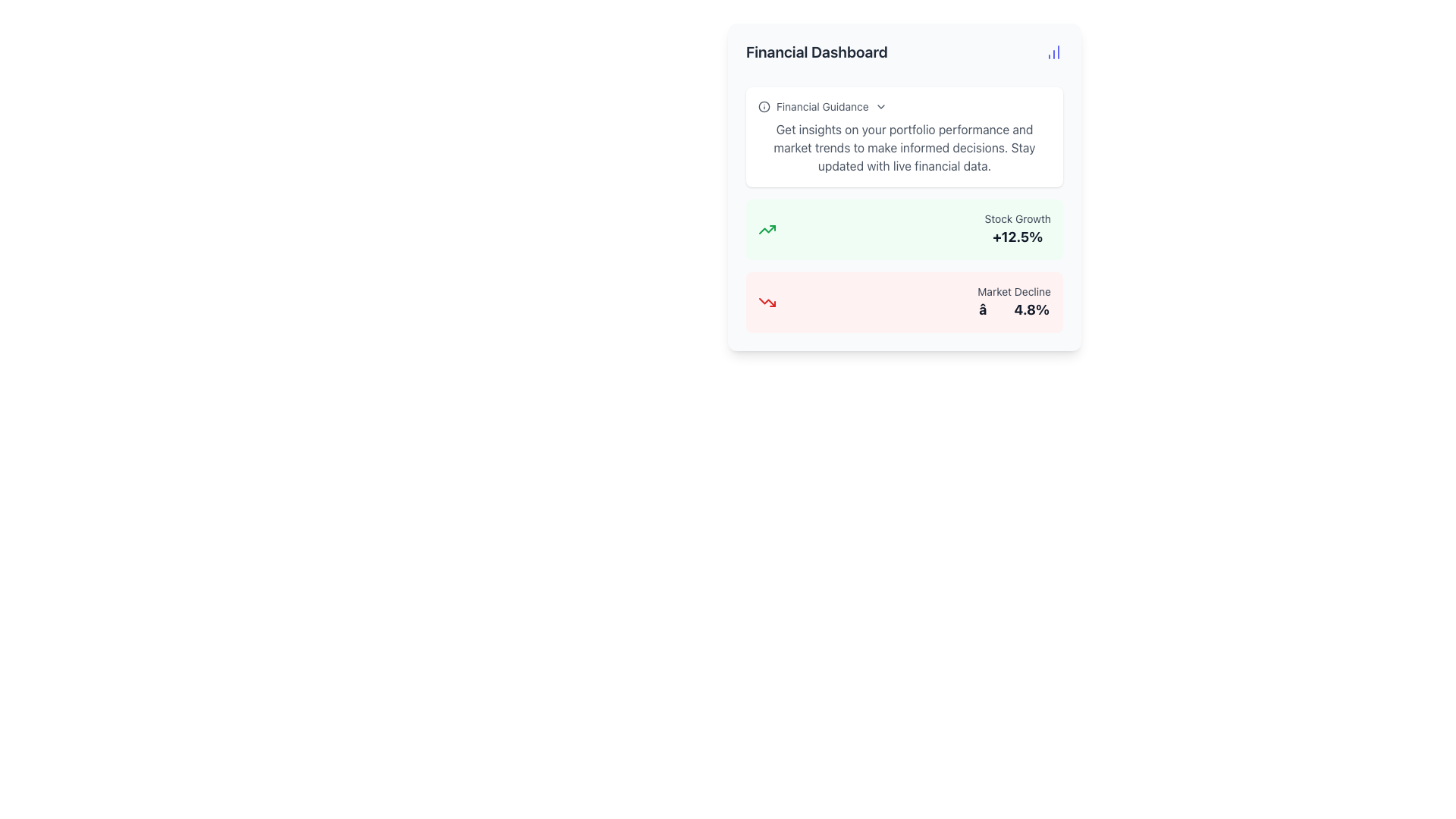 Image resolution: width=1456 pixels, height=819 pixels. Describe the element at coordinates (880, 106) in the screenshot. I see `the downward-facing chevron arrow icon located to the right of the 'Financial Guidance' label` at that location.